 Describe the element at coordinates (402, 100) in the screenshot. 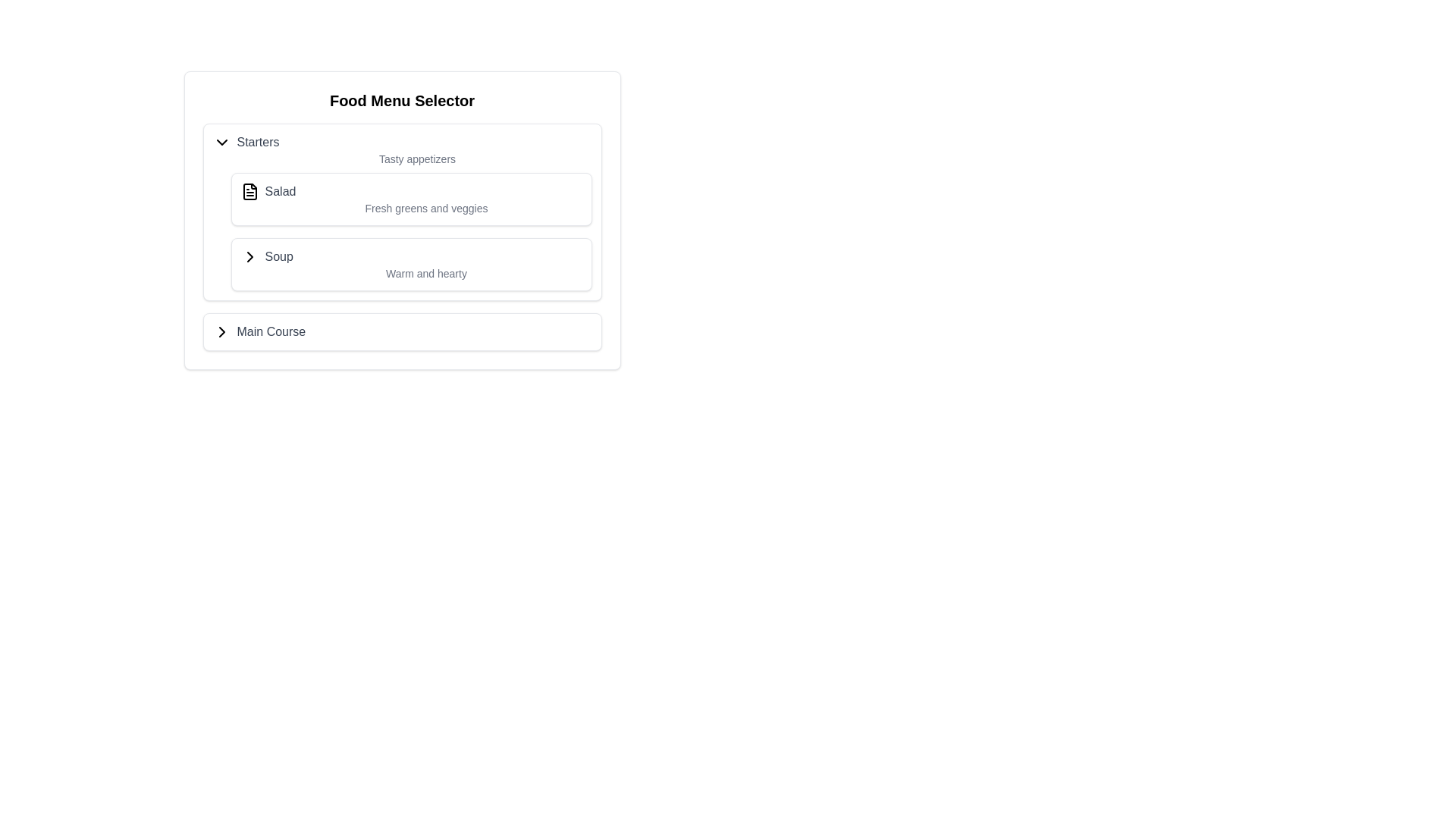

I see `the 'Food Menu Selector' heading` at that location.